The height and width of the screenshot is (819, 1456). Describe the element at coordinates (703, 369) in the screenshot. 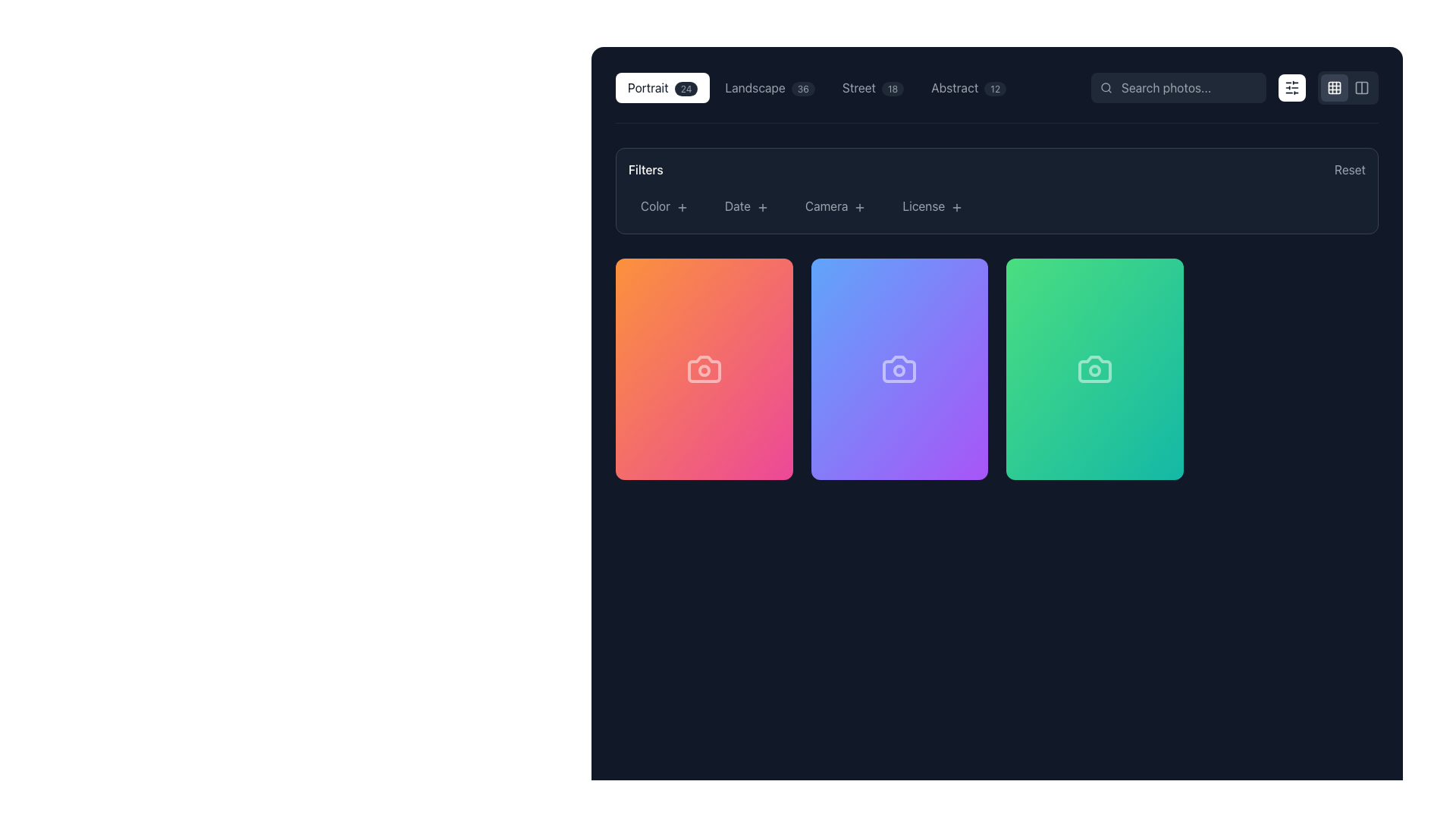

I see `the camera body shape in the leftmost card of the horizontal row beneath the Filters section, which visually represents a camera icon for filtering or sorting images` at that location.